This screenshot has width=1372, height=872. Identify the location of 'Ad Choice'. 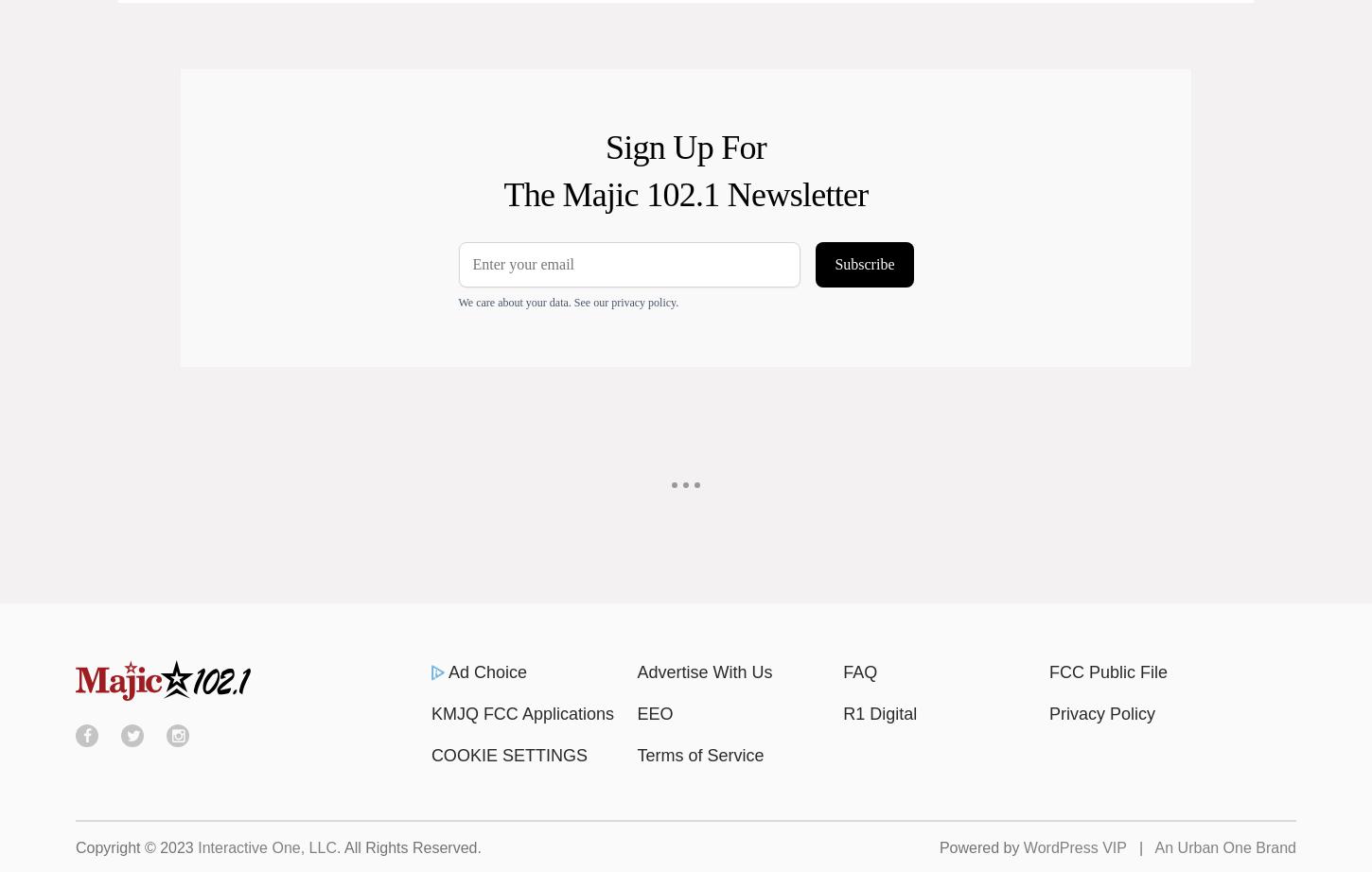
(486, 671).